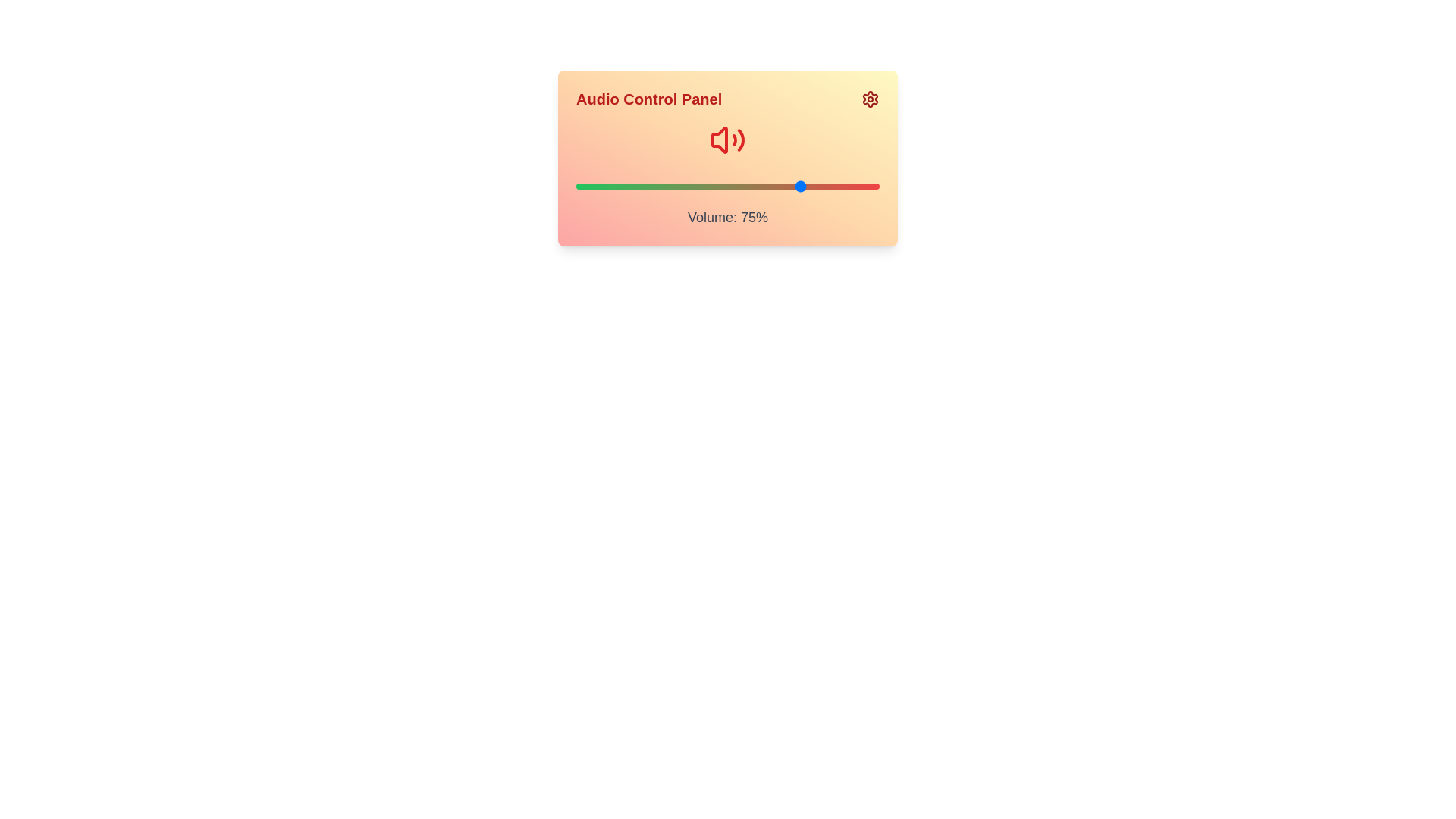  Describe the element at coordinates (728, 140) in the screenshot. I see `the volume icon to observe visual feedback` at that location.